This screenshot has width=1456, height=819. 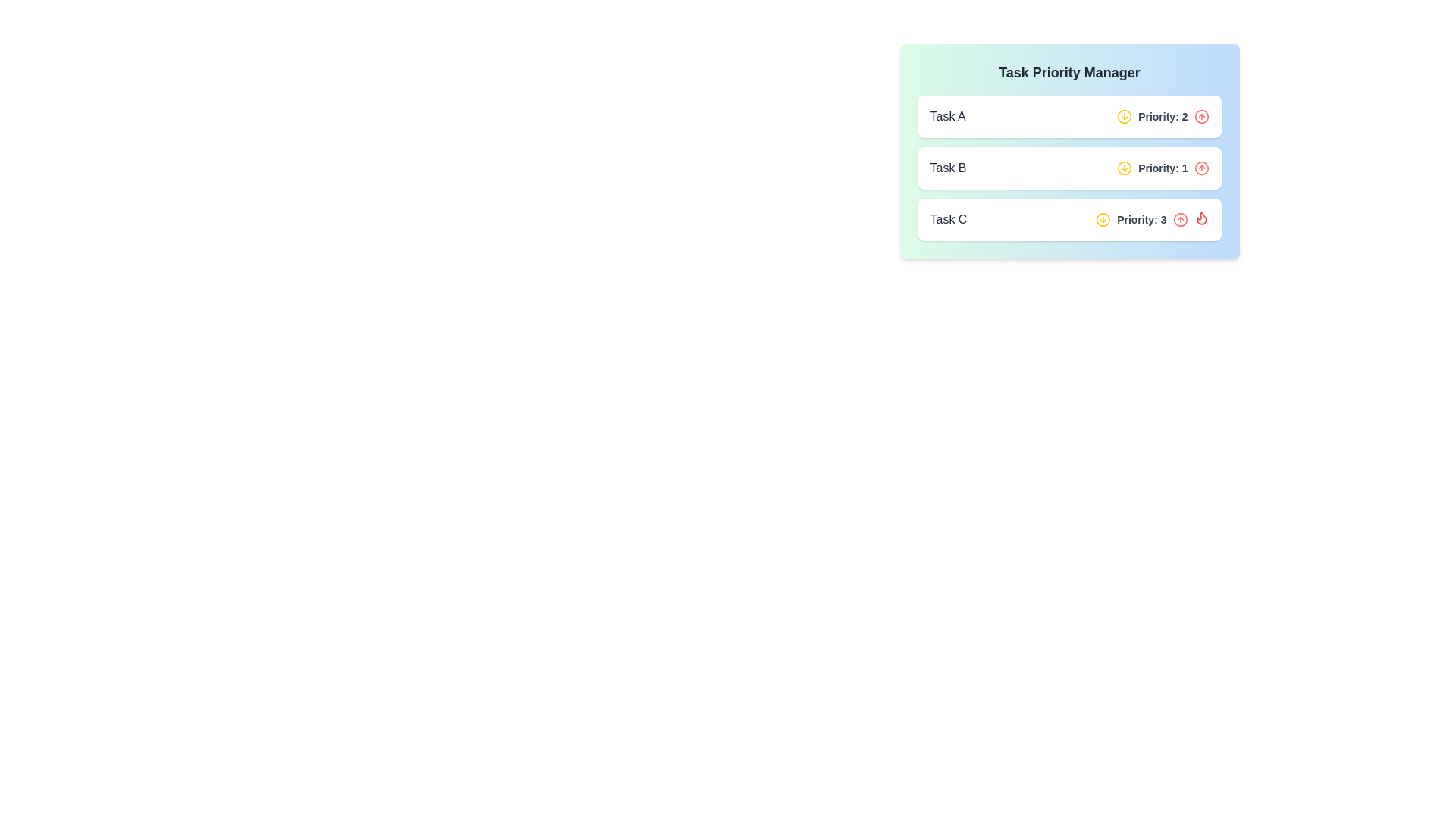 I want to click on the static text 'Priority: 1' which is styled in bold gray and accompanied by yellow and red icons on either side, located in the second row of the 'Task Priority Manager' for 'Task B', so click(x=1162, y=168).